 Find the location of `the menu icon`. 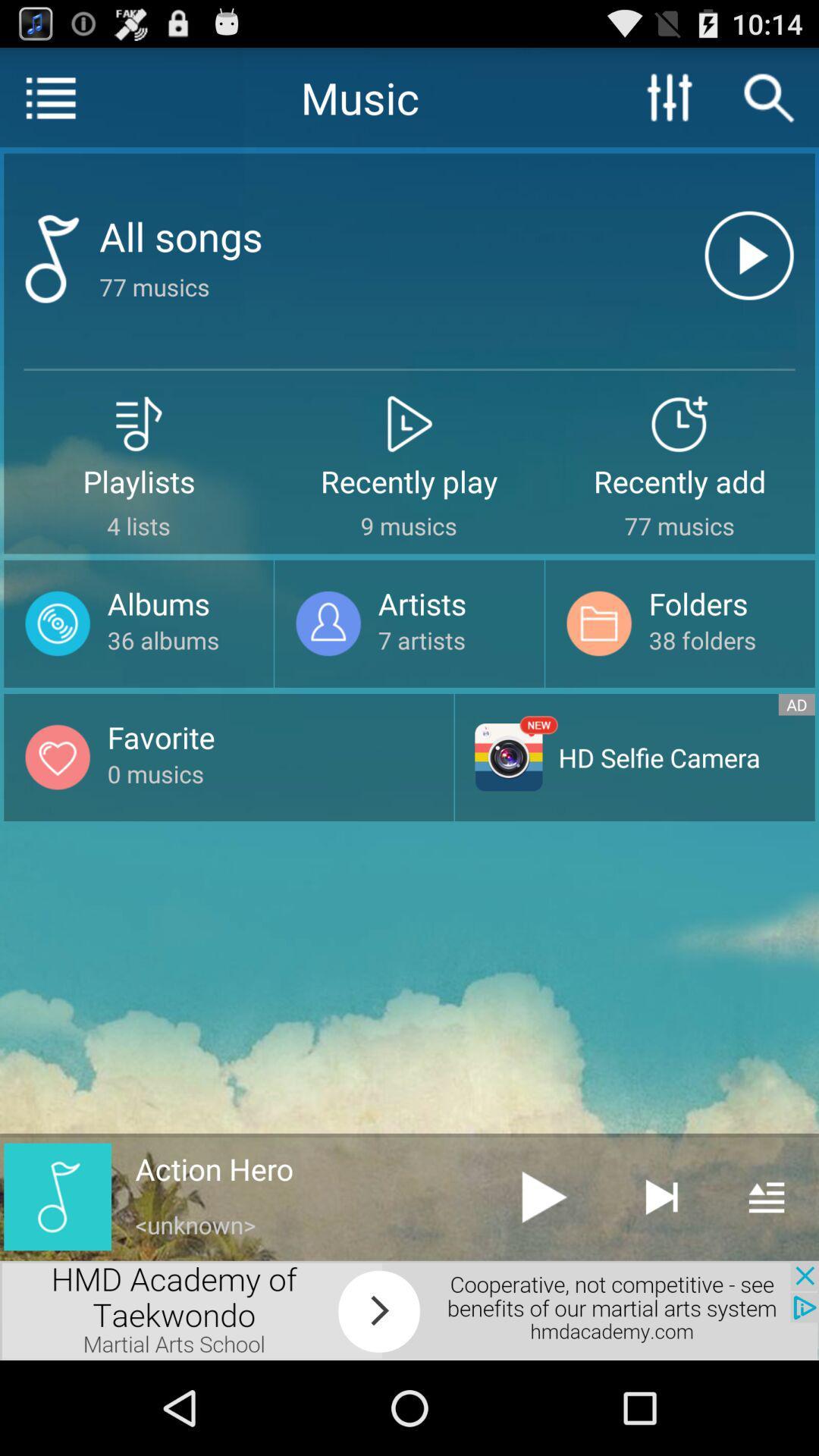

the menu icon is located at coordinates (766, 1280).